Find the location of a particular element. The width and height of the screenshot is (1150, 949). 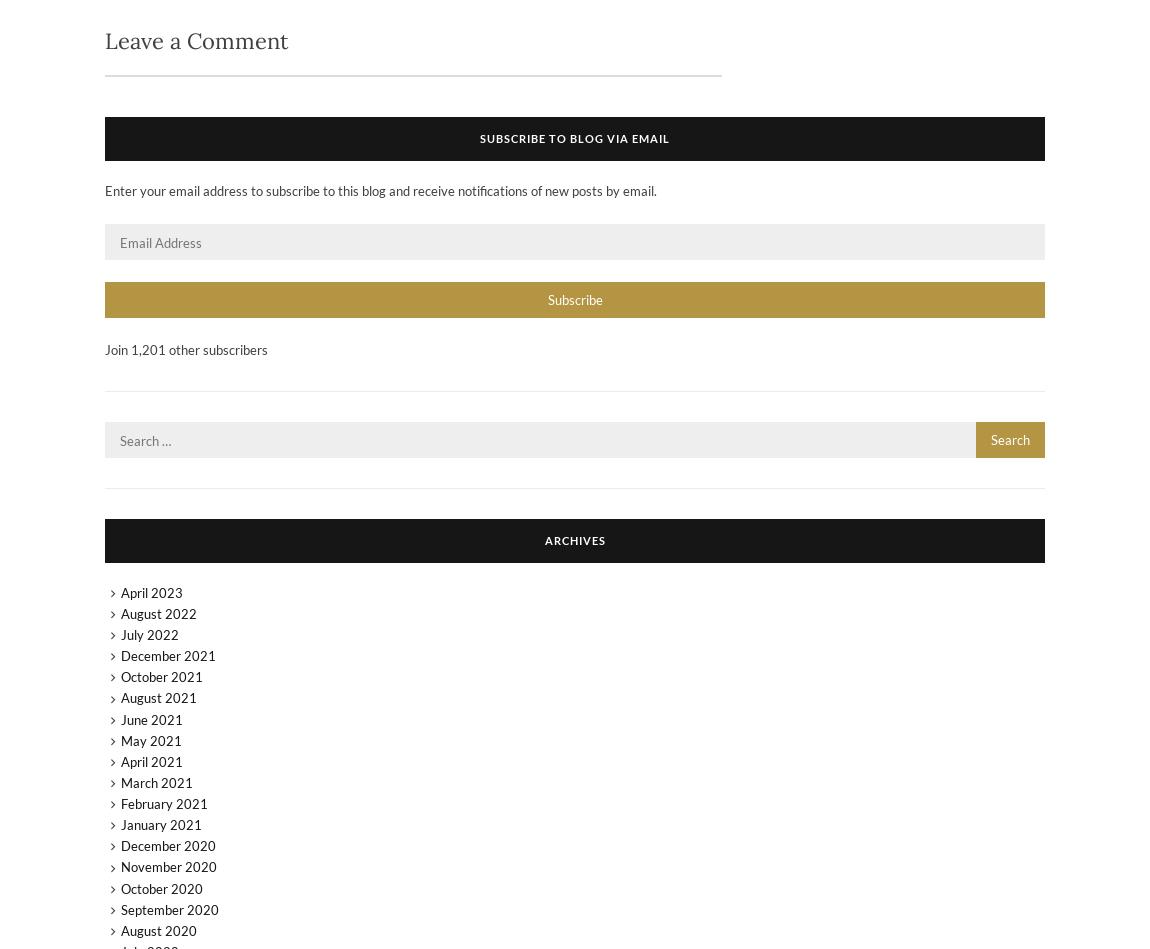

'March 2021' is located at coordinates (155, 781).